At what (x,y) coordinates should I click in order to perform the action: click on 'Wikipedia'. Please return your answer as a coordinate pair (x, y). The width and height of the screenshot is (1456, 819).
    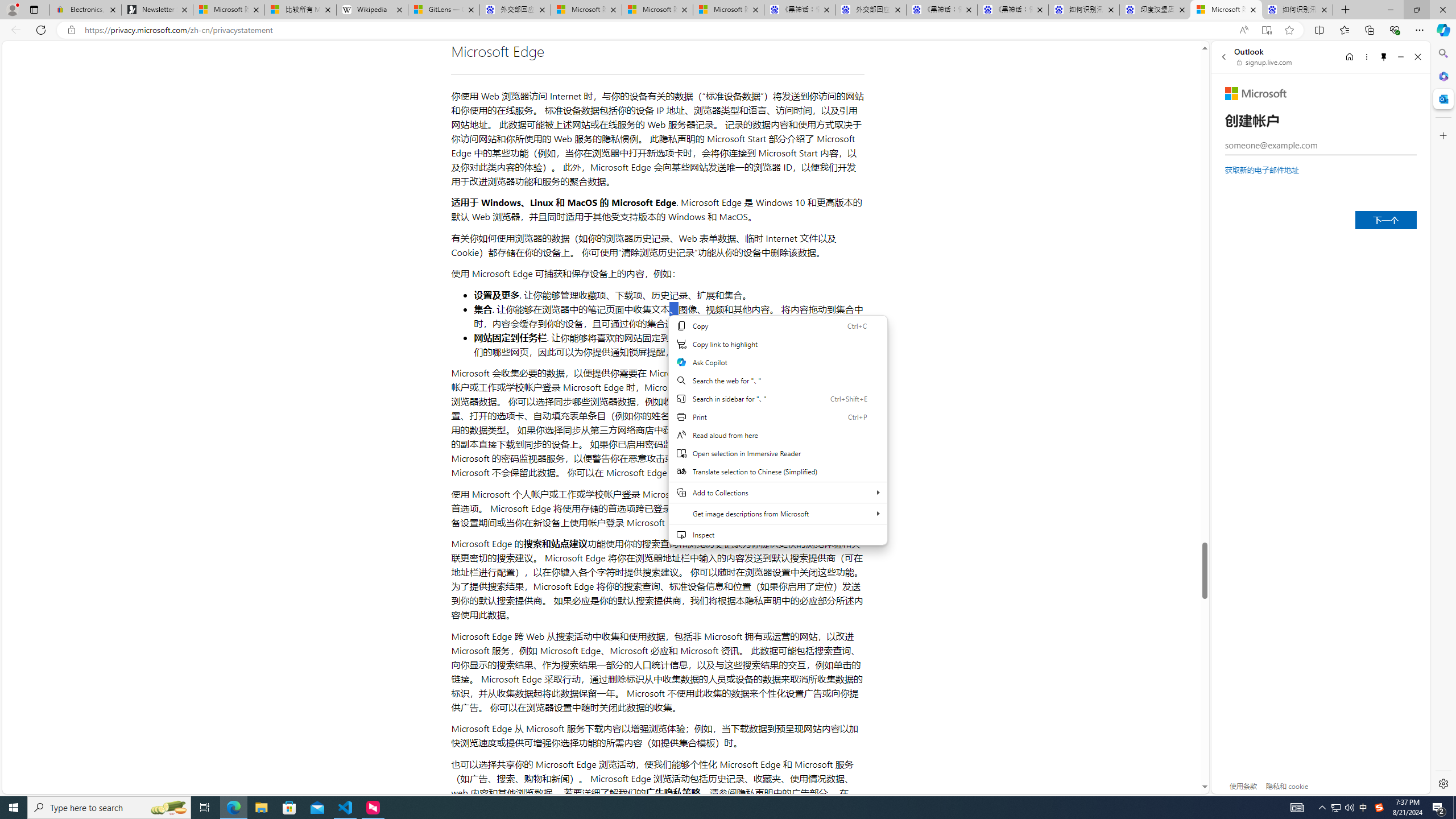
    Looking at the image, I should click on (373, 9).